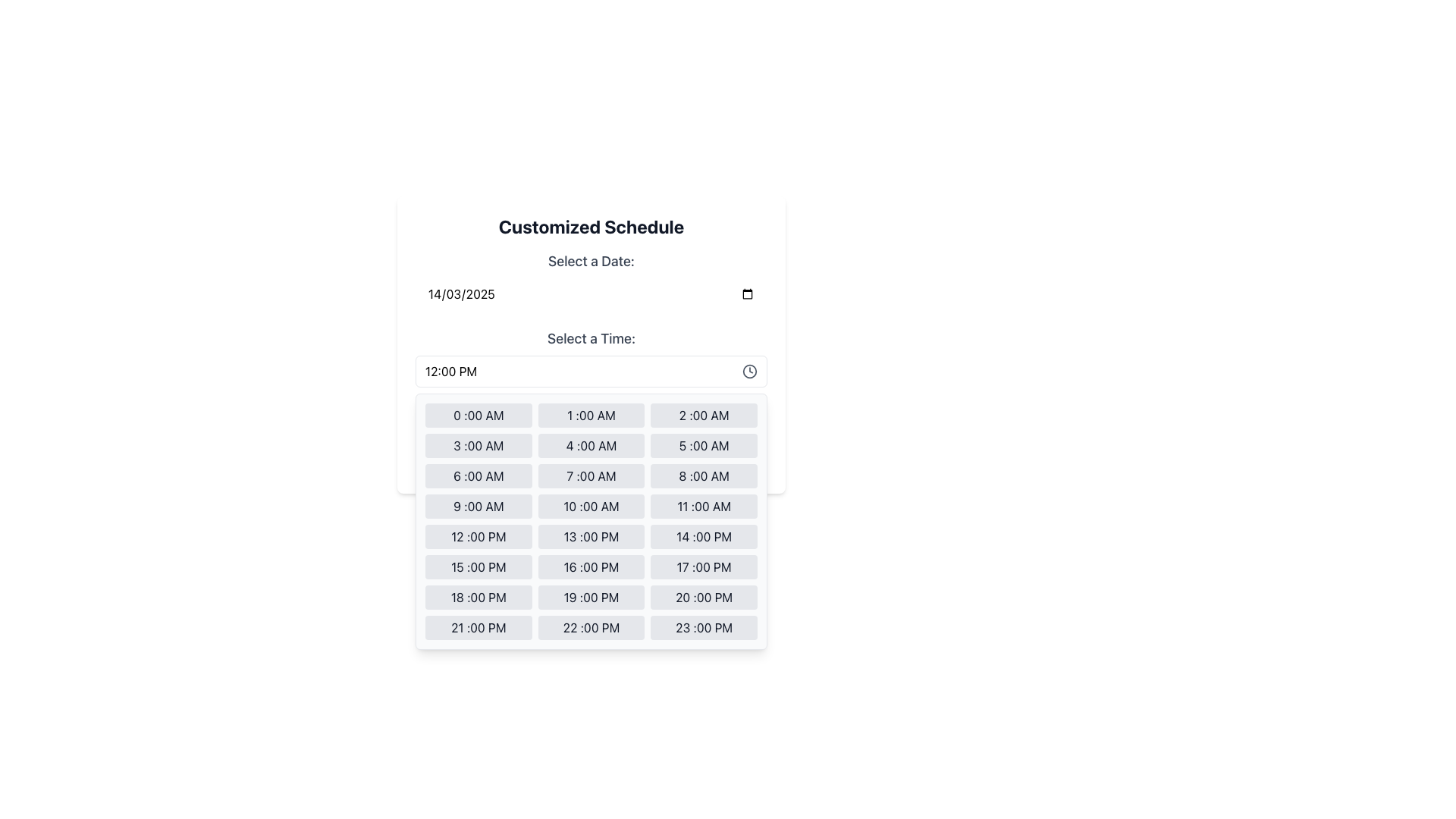 The height and width of the screenshot is (819, 1456). Describe the element at coordinates (590, 444) in the screenshot. I see `the button labeled '4:00 AM', which is a rectangular button with rounded corners and a light gray background` at that location.